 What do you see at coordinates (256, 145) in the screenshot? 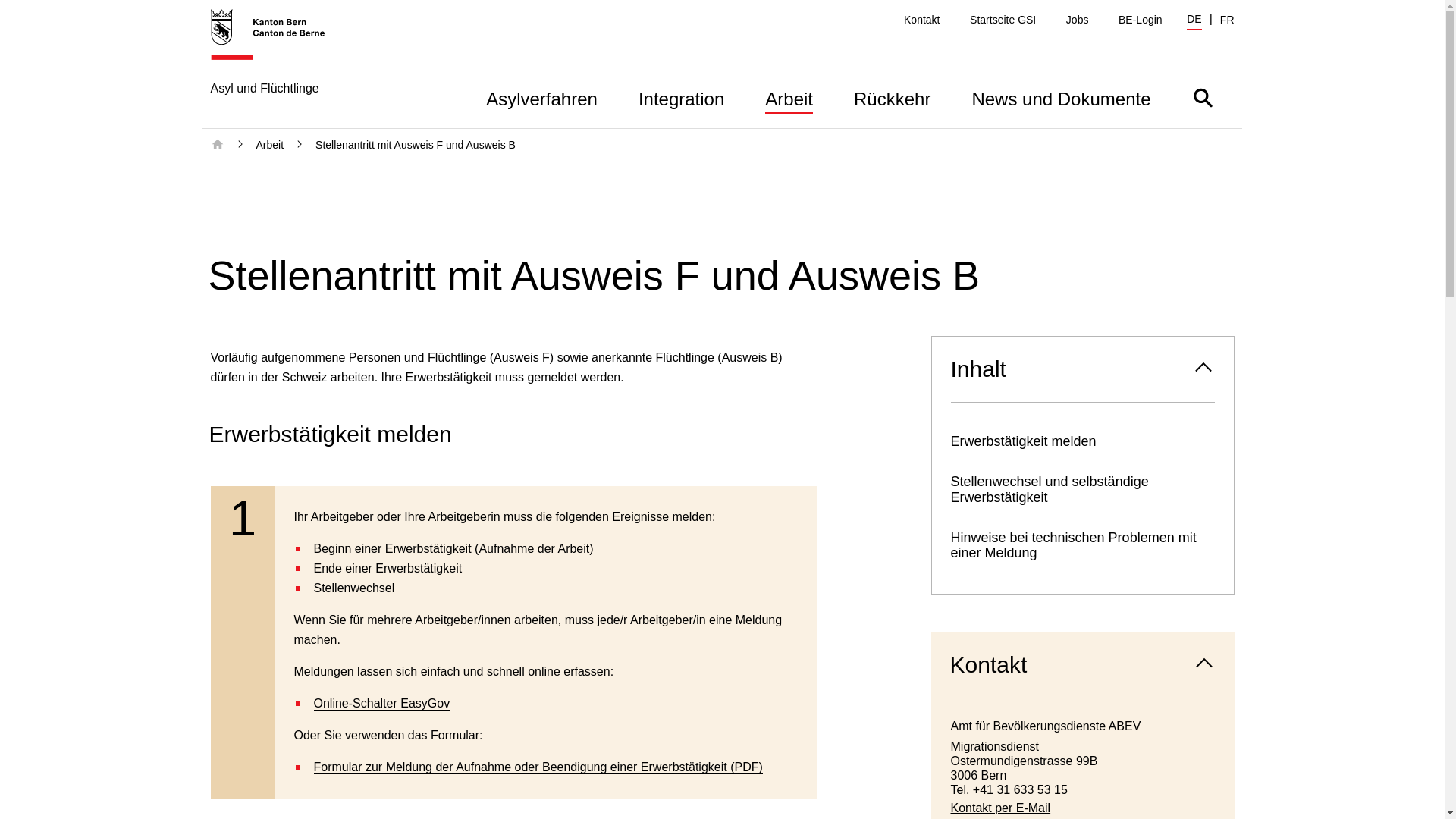
I see `'Arbeit'` at bounding box center [256, 145].